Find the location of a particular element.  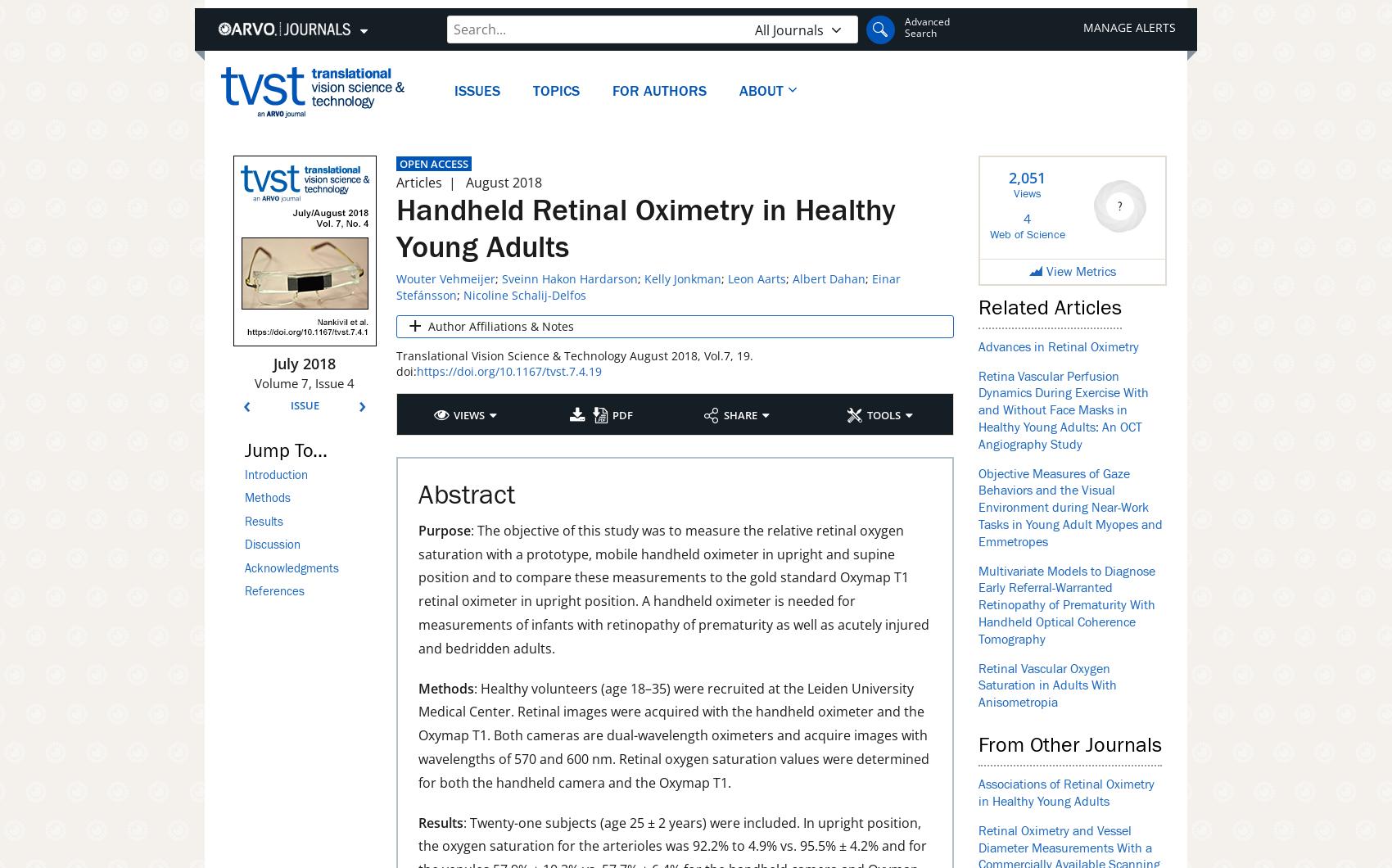

'tvst' is located at coordinates (245, 77).